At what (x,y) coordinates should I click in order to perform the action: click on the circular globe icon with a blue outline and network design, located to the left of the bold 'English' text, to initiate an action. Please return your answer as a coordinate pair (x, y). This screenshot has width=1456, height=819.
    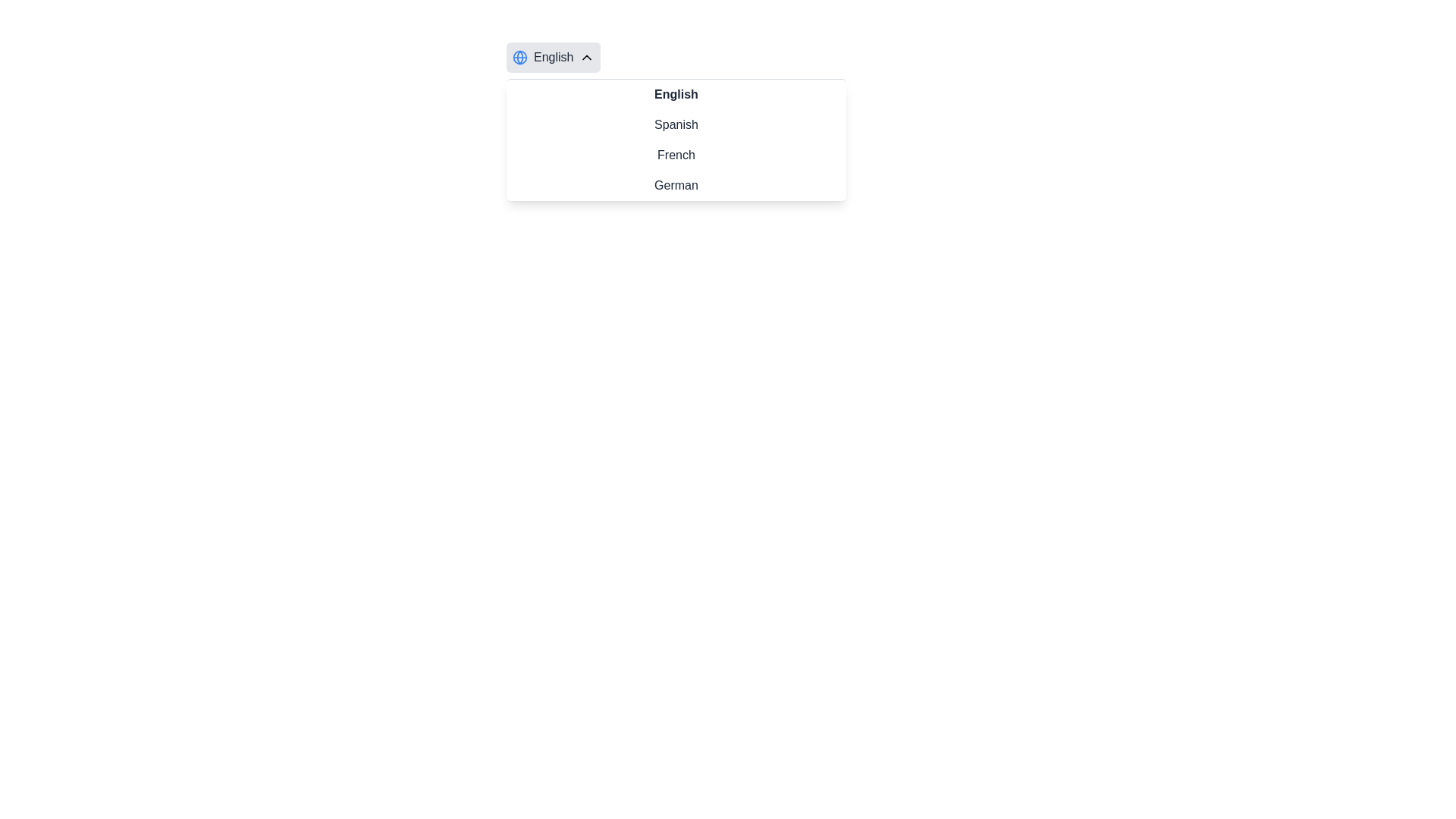
    Looking at the image, I should click on (520, 57).